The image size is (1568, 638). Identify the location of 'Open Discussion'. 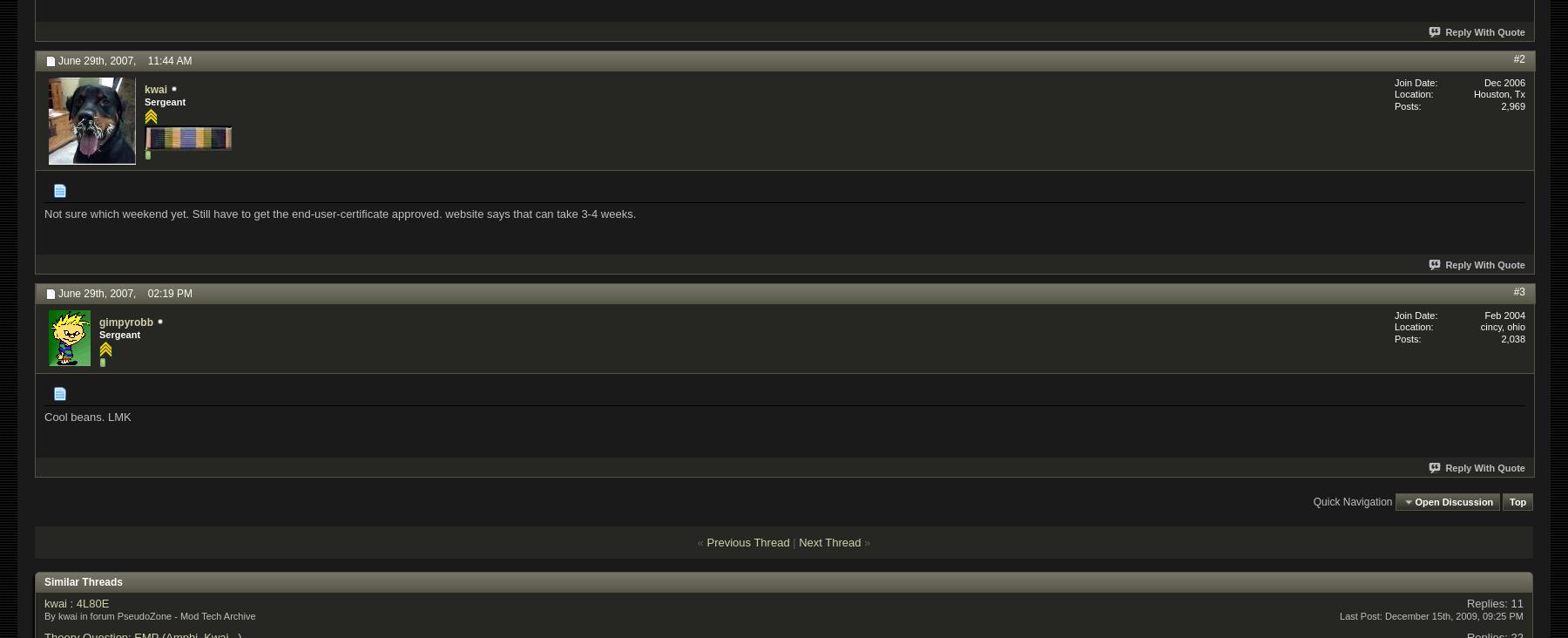
(1452, 501).